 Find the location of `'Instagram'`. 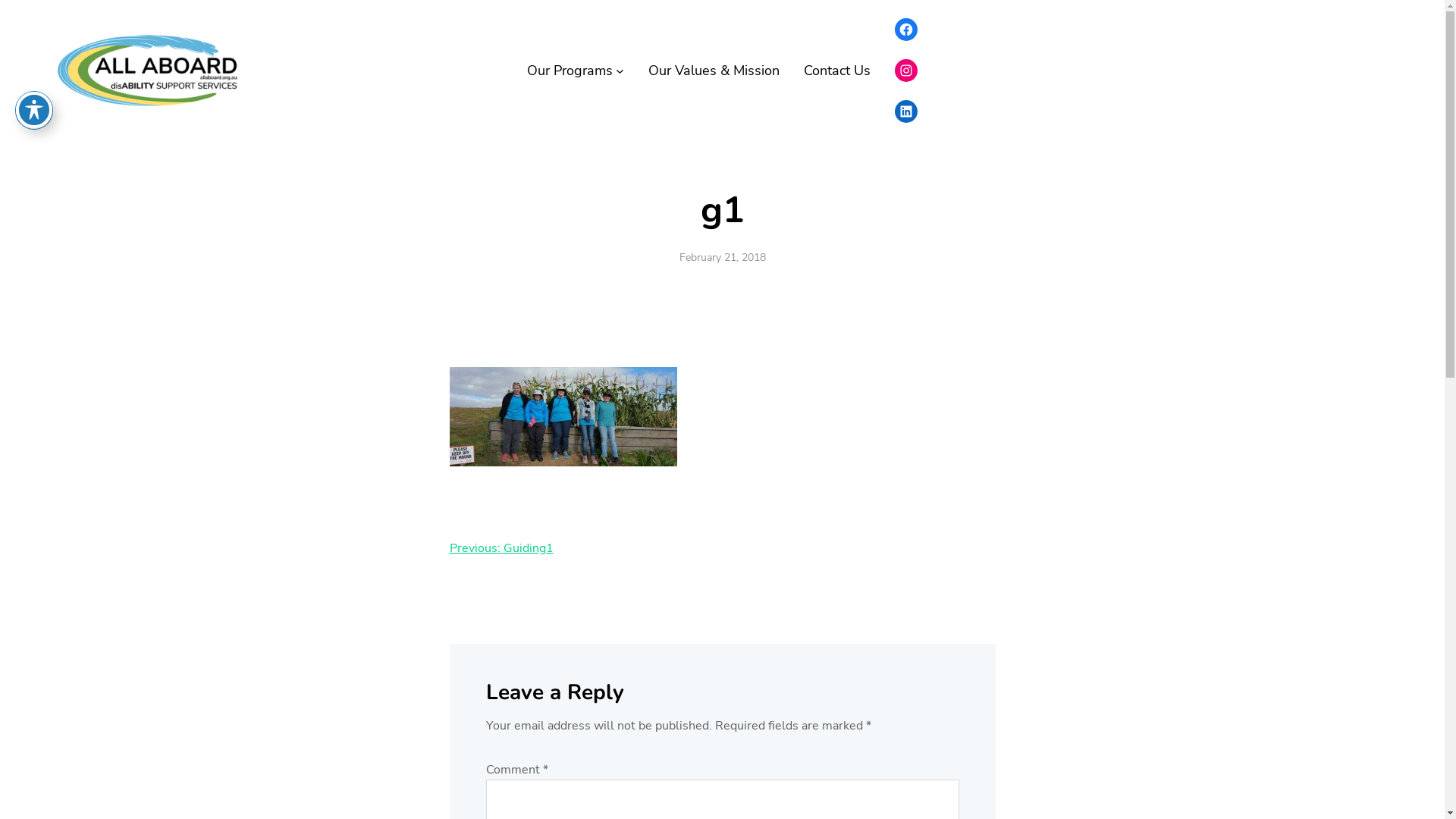

'Instagram' is located at coordinates (895, 70).